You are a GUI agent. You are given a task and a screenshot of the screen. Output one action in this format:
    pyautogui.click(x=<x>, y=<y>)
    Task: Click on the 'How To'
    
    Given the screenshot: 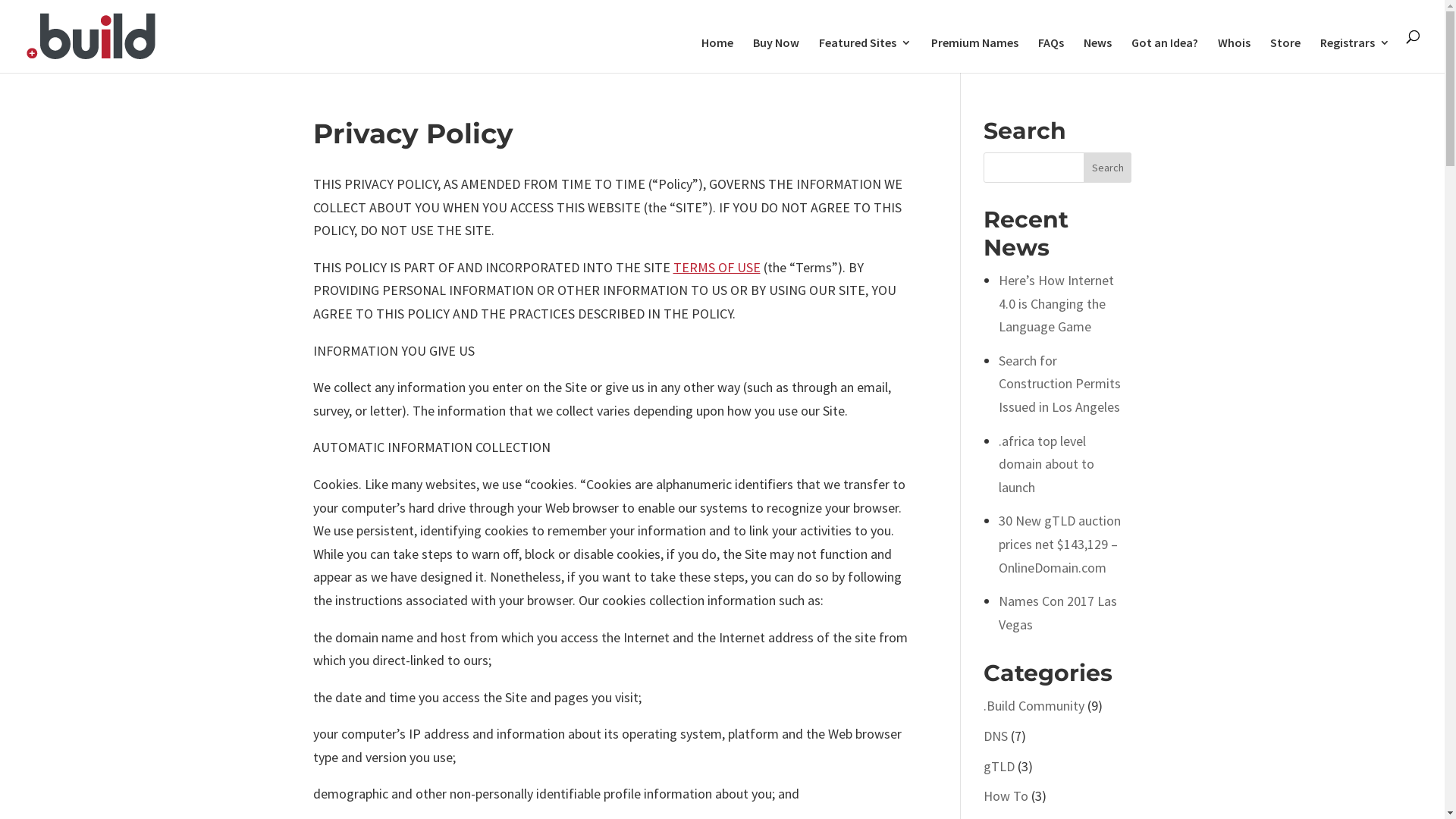 What is the action you would take?
    pyautogui.click(x=1006, y=795)
    